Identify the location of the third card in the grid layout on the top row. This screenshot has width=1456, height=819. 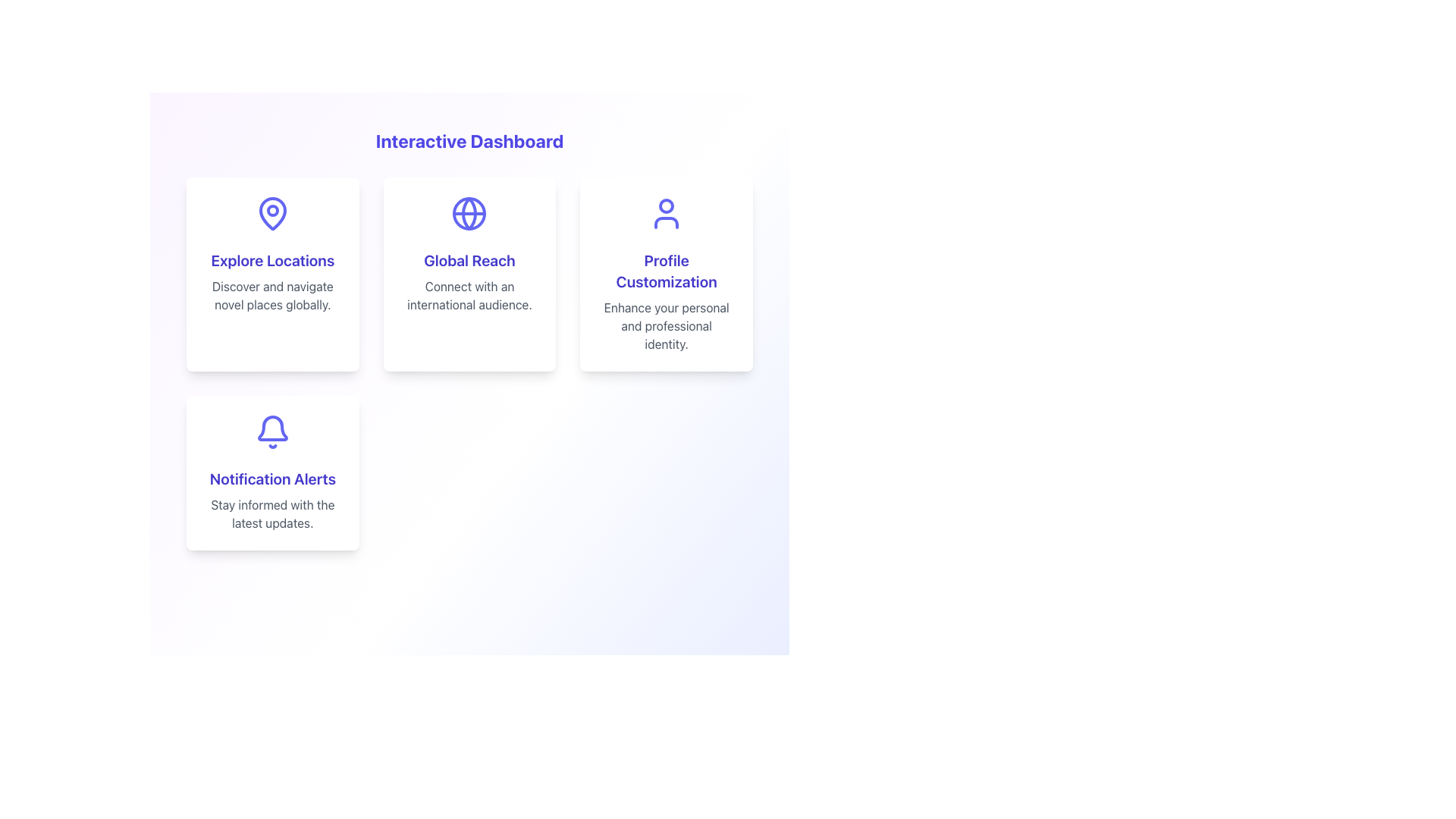
(667, 275).